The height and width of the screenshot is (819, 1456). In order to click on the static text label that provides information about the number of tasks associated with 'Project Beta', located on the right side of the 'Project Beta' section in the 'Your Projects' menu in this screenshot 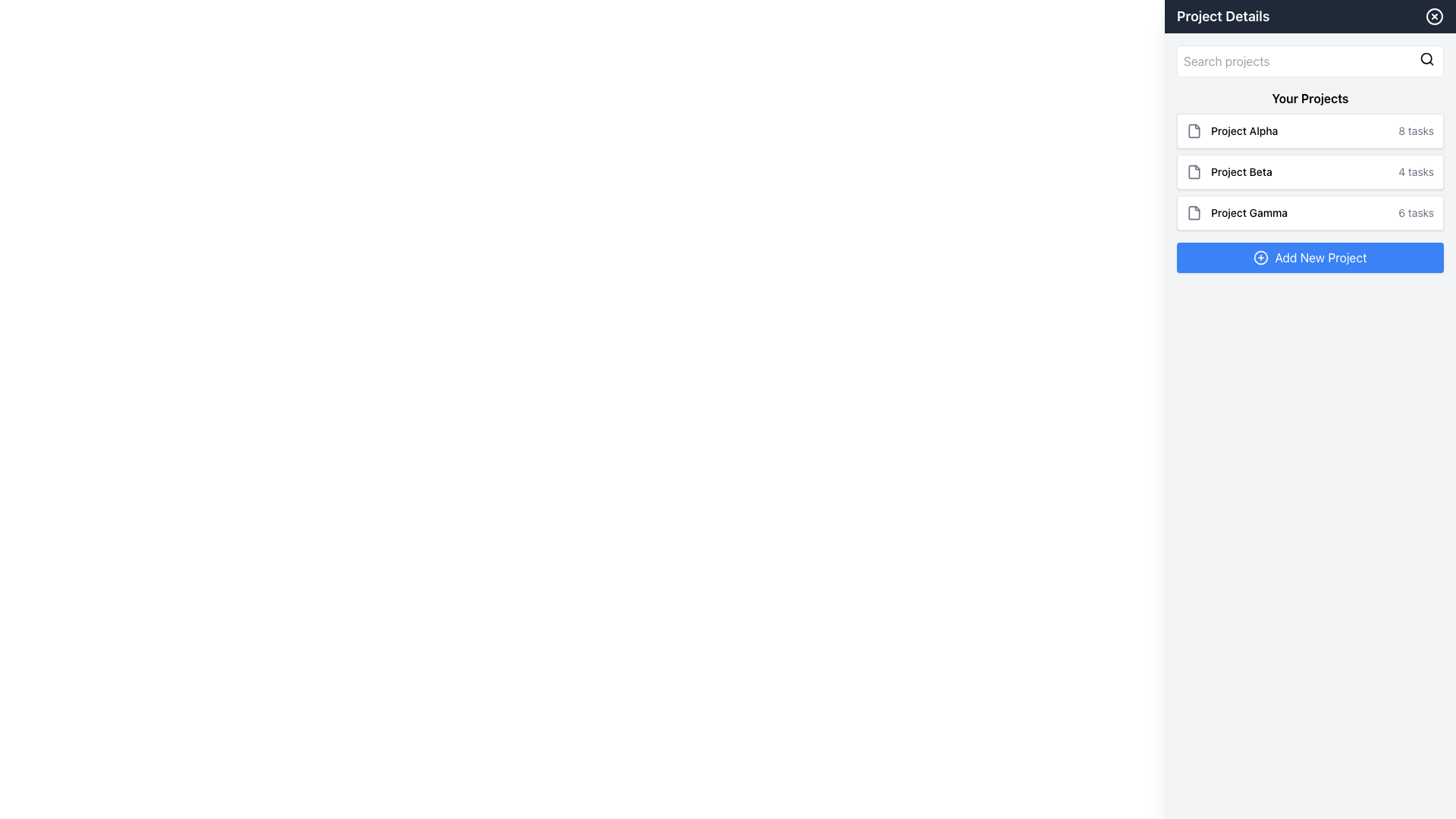, I will do `click(1415, 171)`.